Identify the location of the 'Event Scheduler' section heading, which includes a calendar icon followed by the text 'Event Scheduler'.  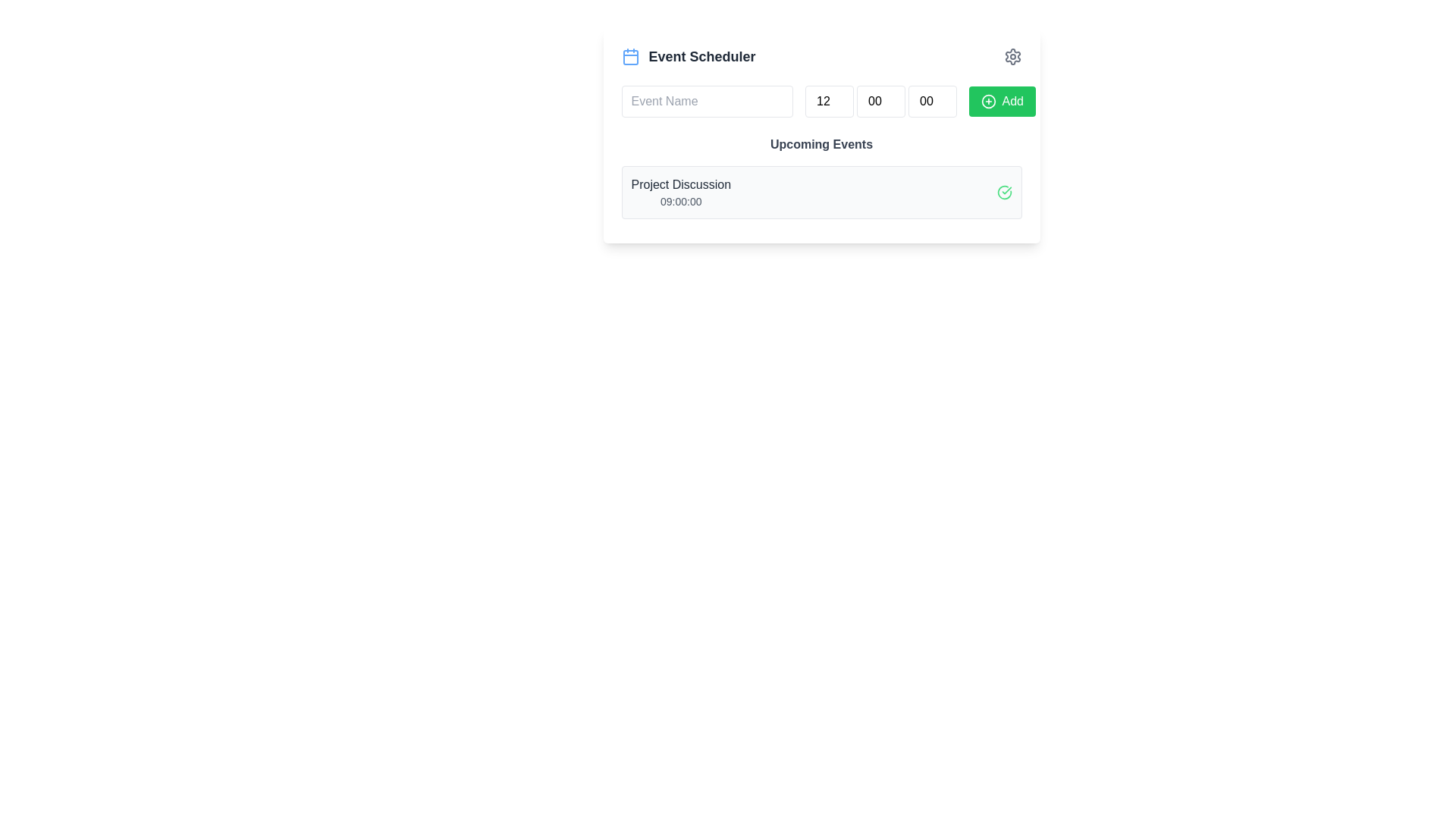
(687, 55).